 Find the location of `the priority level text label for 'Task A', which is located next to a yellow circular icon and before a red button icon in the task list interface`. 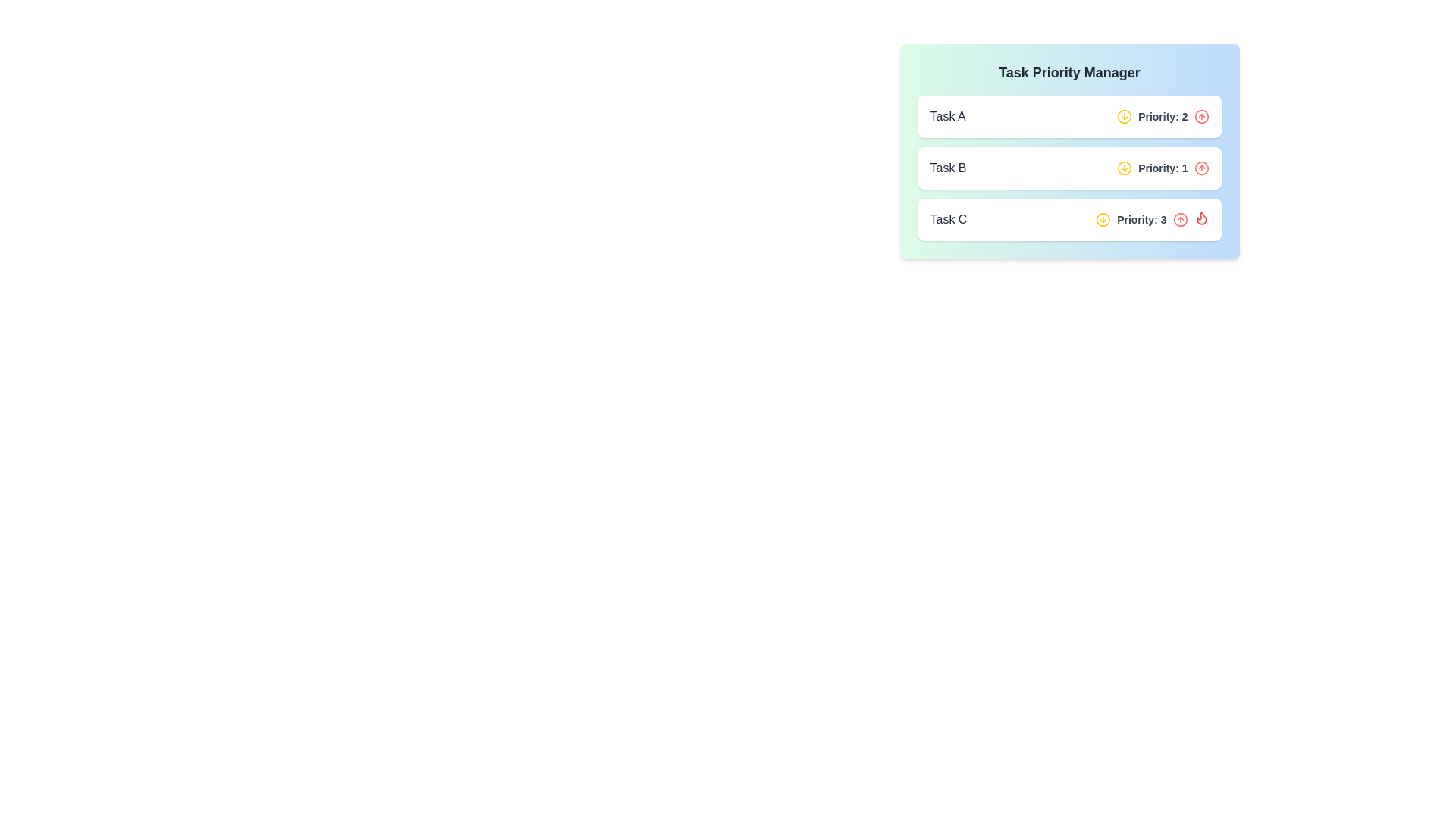

the priority level text label for 'Task A', which is located next to a yellow circular icon and before a red button icon in the task list interface is located at coordinates (1162, 116).